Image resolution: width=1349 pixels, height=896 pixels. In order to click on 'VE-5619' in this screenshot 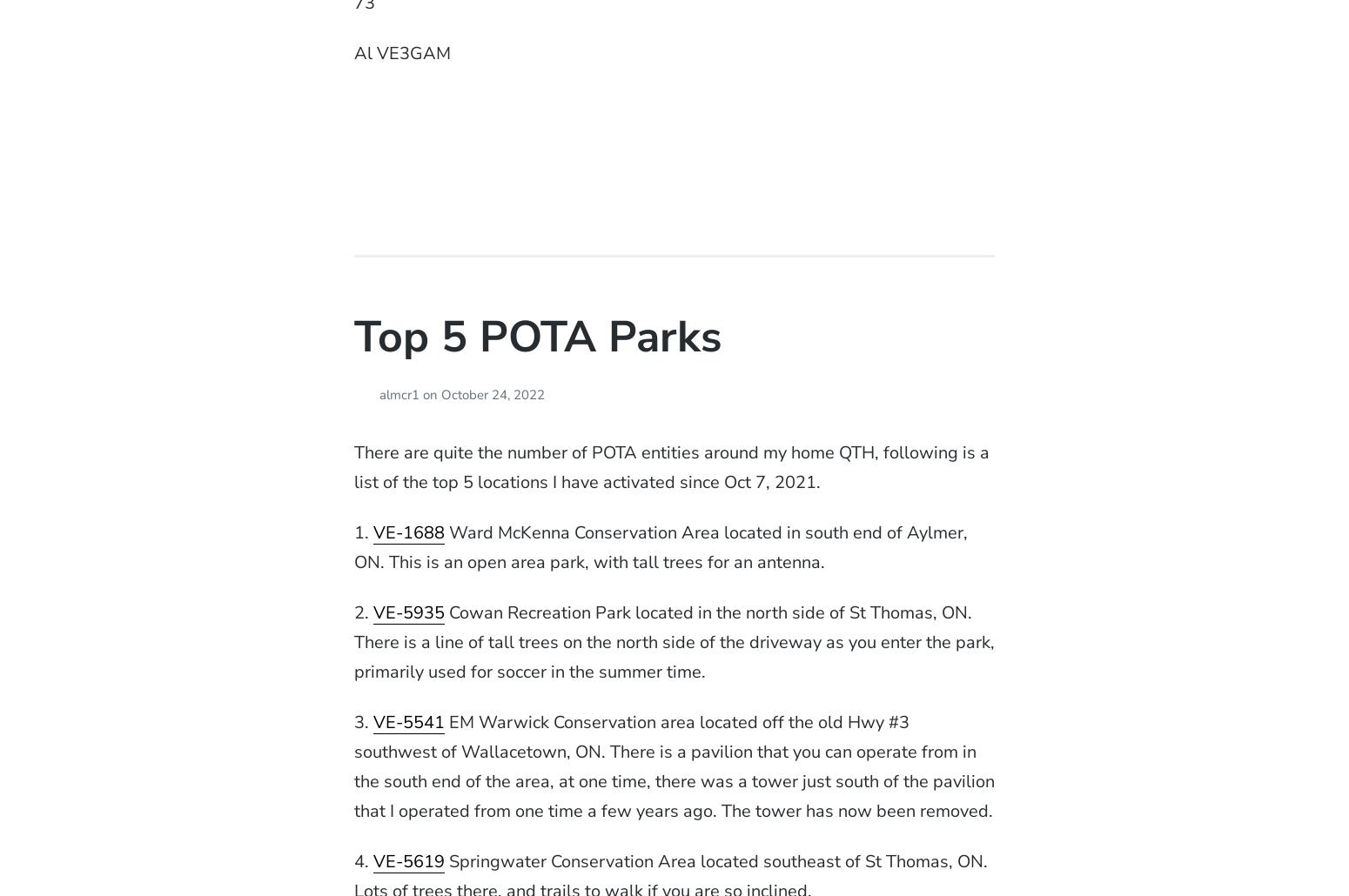, I will do `click(407, 860)`.